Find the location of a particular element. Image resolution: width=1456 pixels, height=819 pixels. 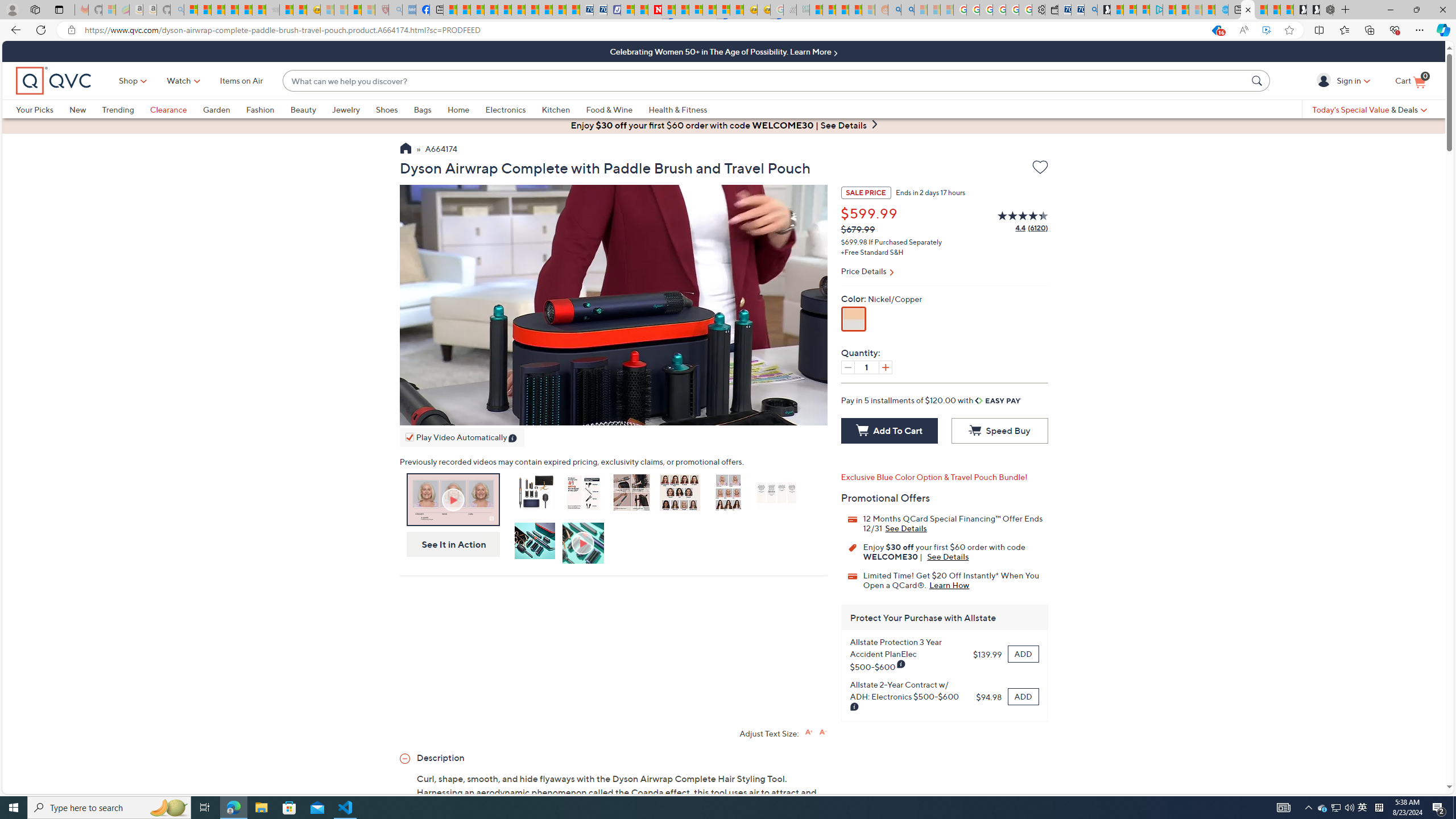

'Full Screen' is located at coordinates (807, 413).